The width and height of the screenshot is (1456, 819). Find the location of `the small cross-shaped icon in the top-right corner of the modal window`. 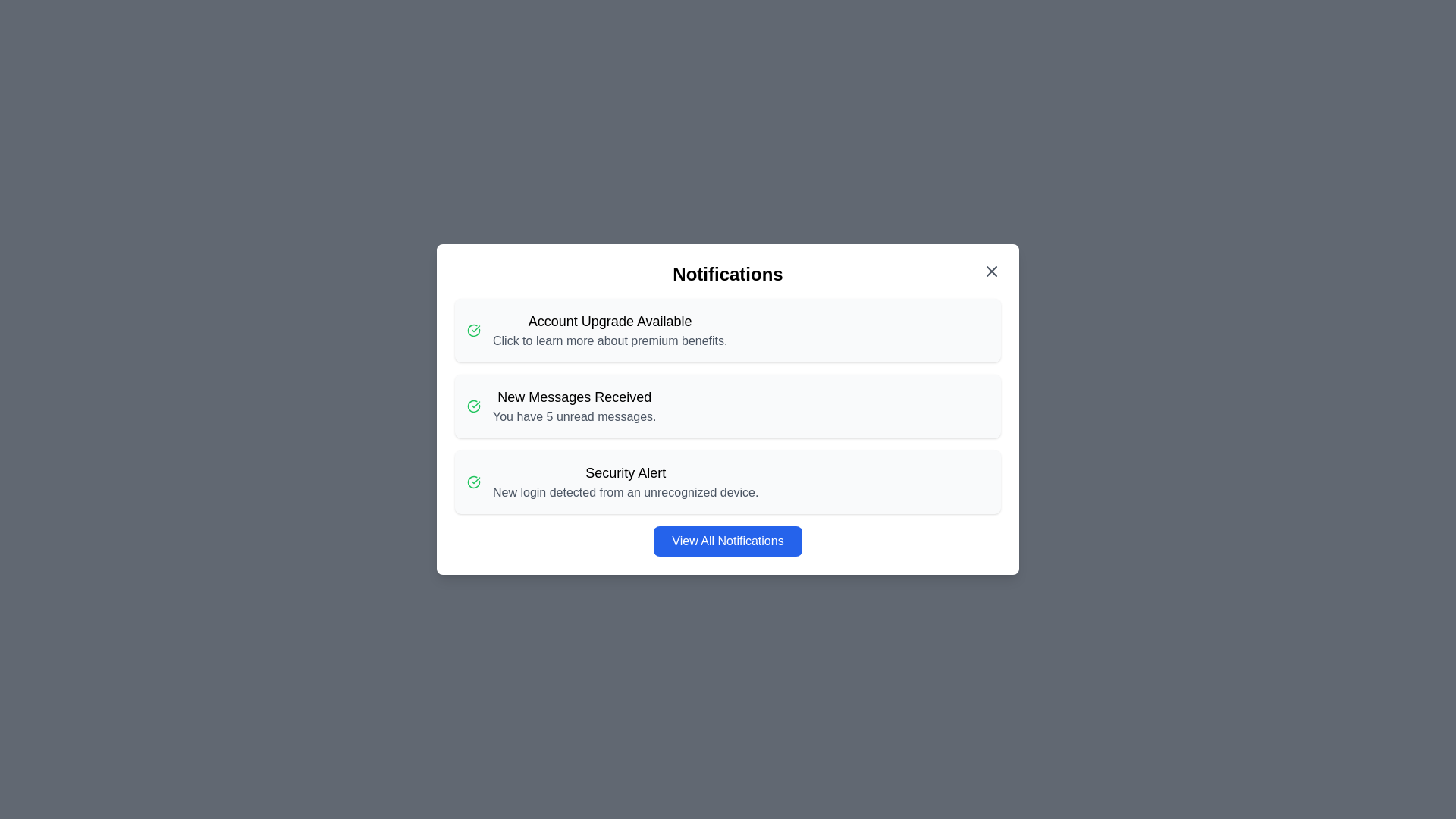

the small cross-shaped icon in the top-right corner of the modal window is located at coordinates (992, 271).